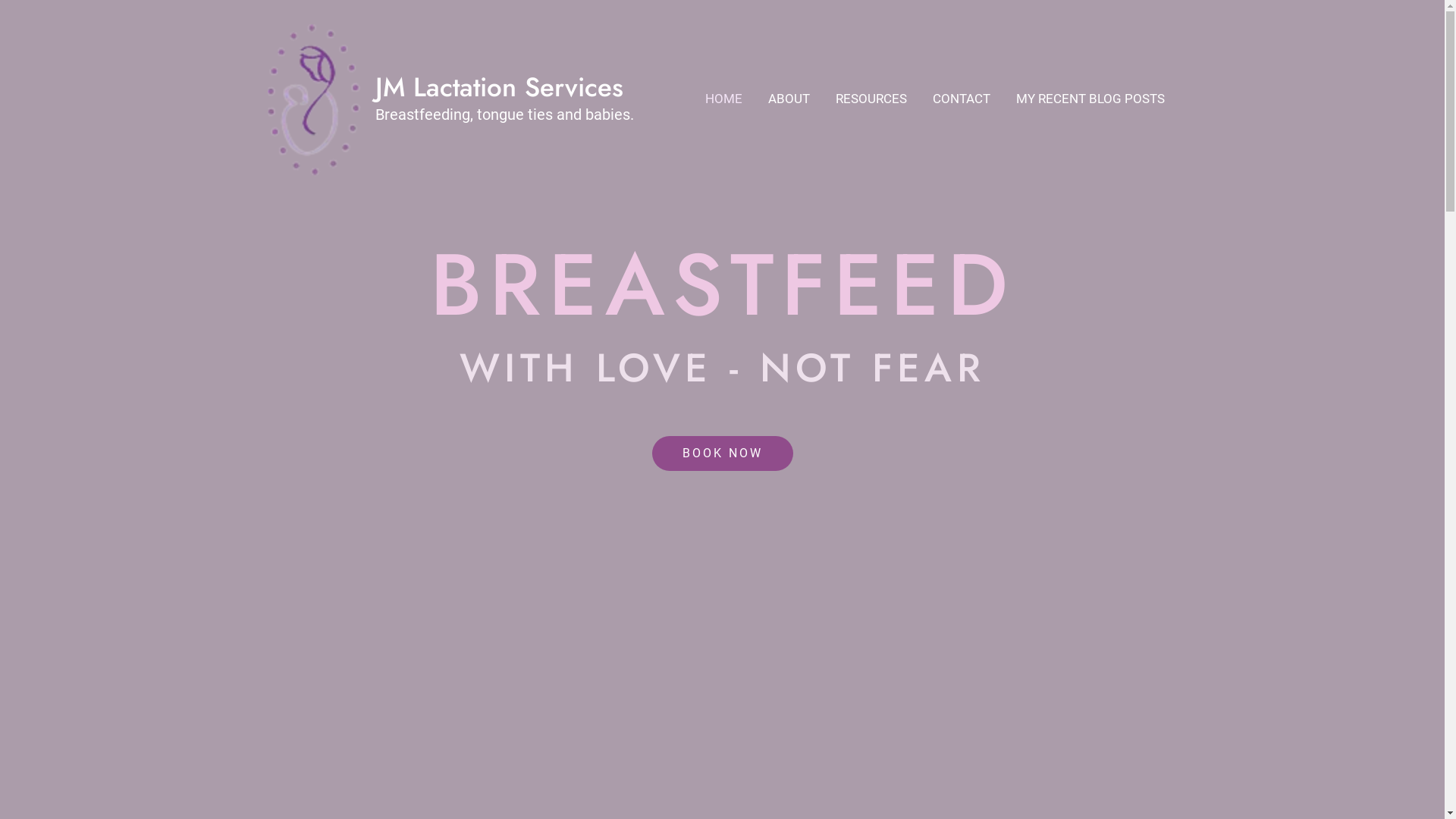 The image size is (1456, 819). I want to click on 'BOOK NOW', so click(722, 452).